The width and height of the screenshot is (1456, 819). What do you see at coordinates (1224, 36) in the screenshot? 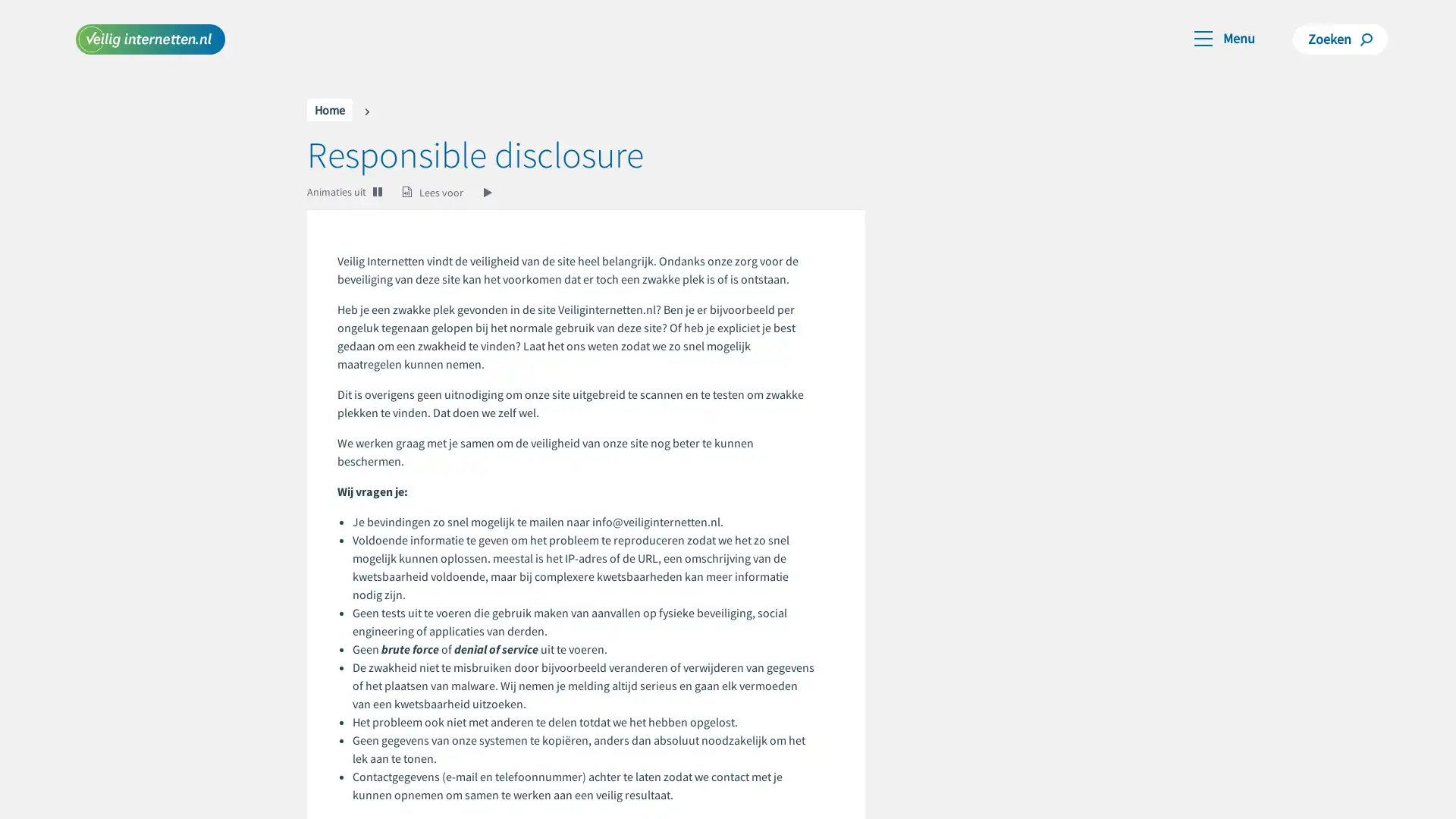
I see `Toggle navigation Menu` at bounding box center [1224, 36].